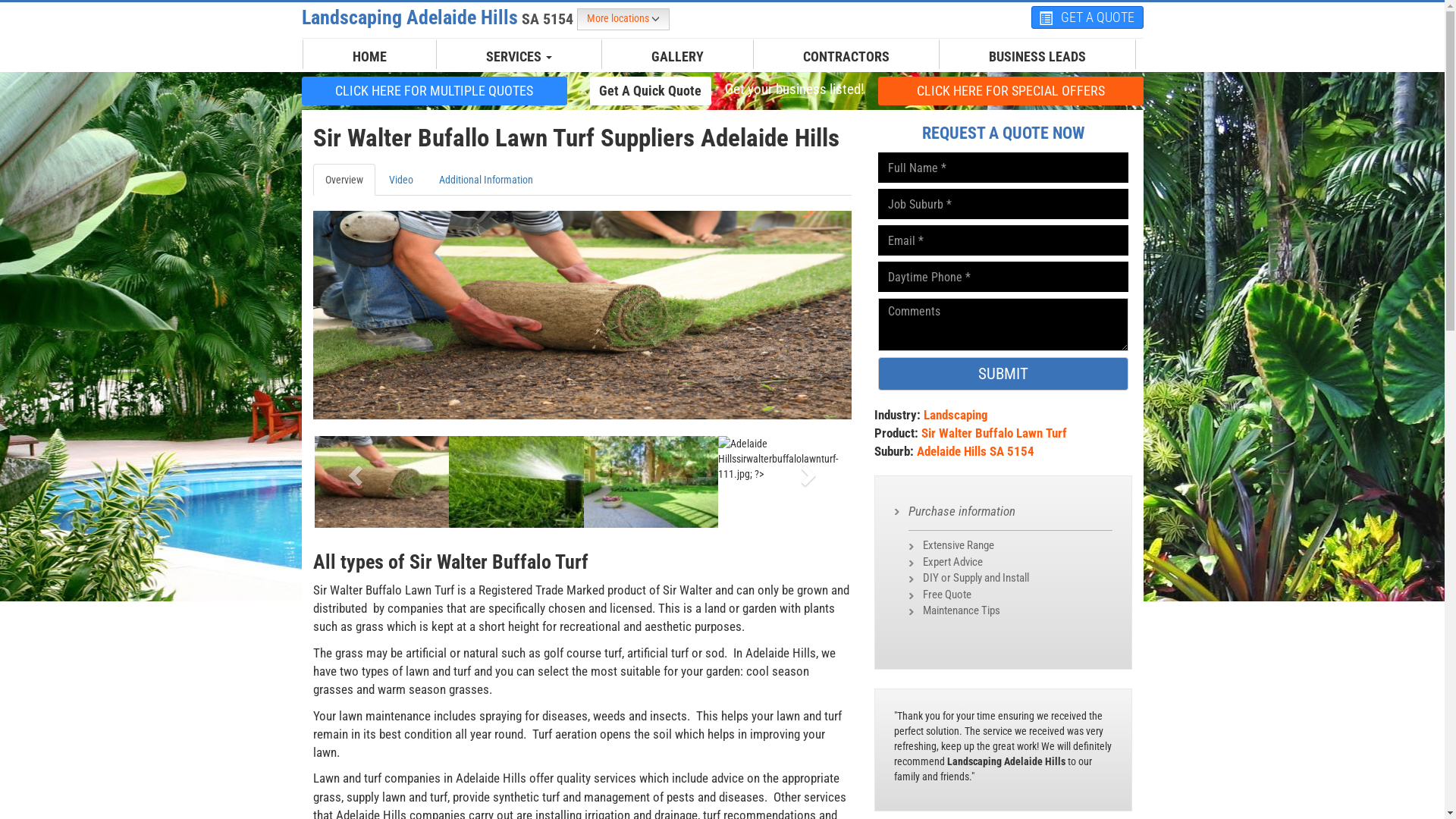 This screenshot has width=1456, height=819. Describe the element at coordinates (792, 89) in the screenshot. I see `'Get your business listed!'` at that location.